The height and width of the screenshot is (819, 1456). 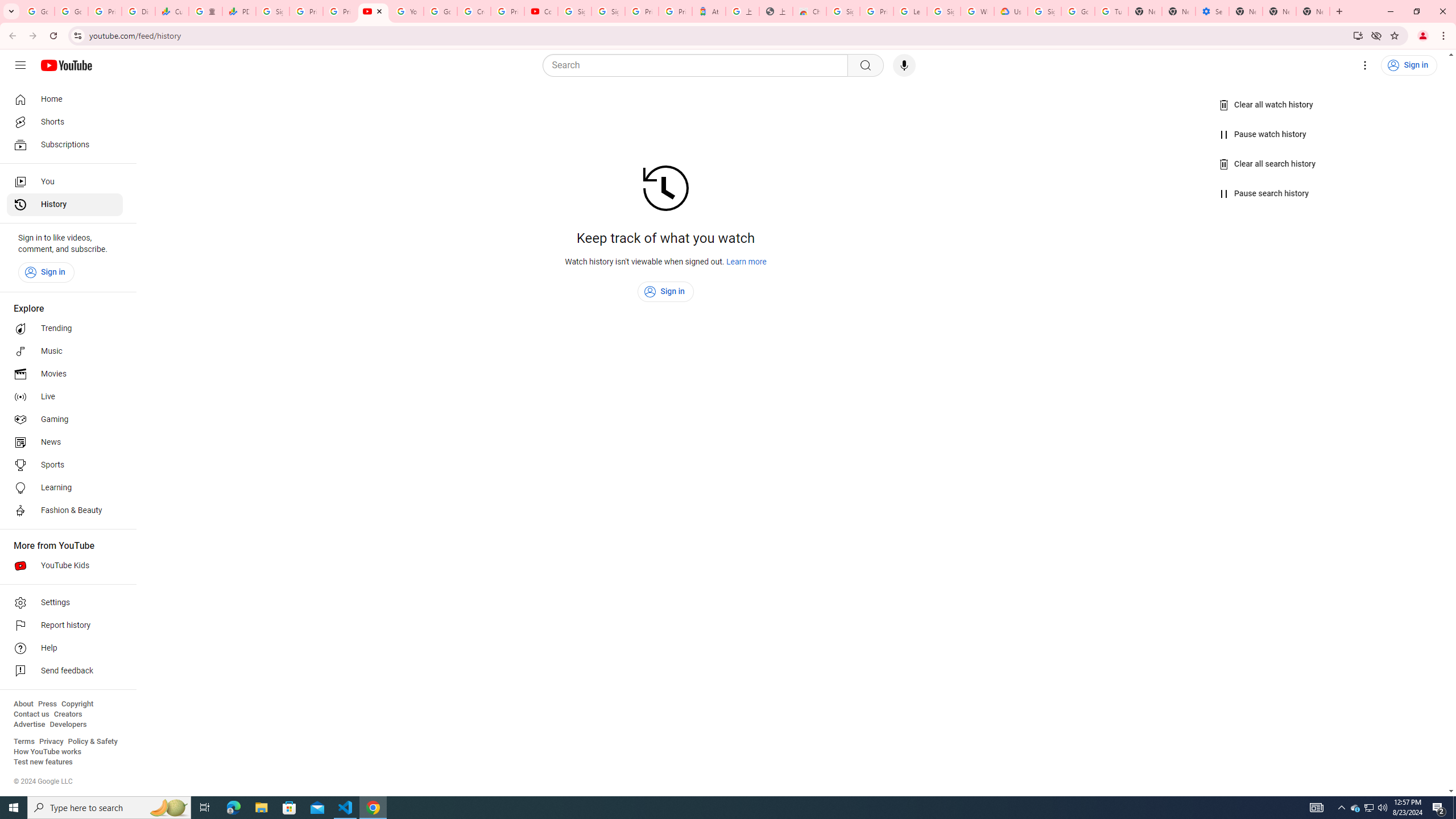 I want to click on 'Clear all search history', so click(x=1268, y=163).